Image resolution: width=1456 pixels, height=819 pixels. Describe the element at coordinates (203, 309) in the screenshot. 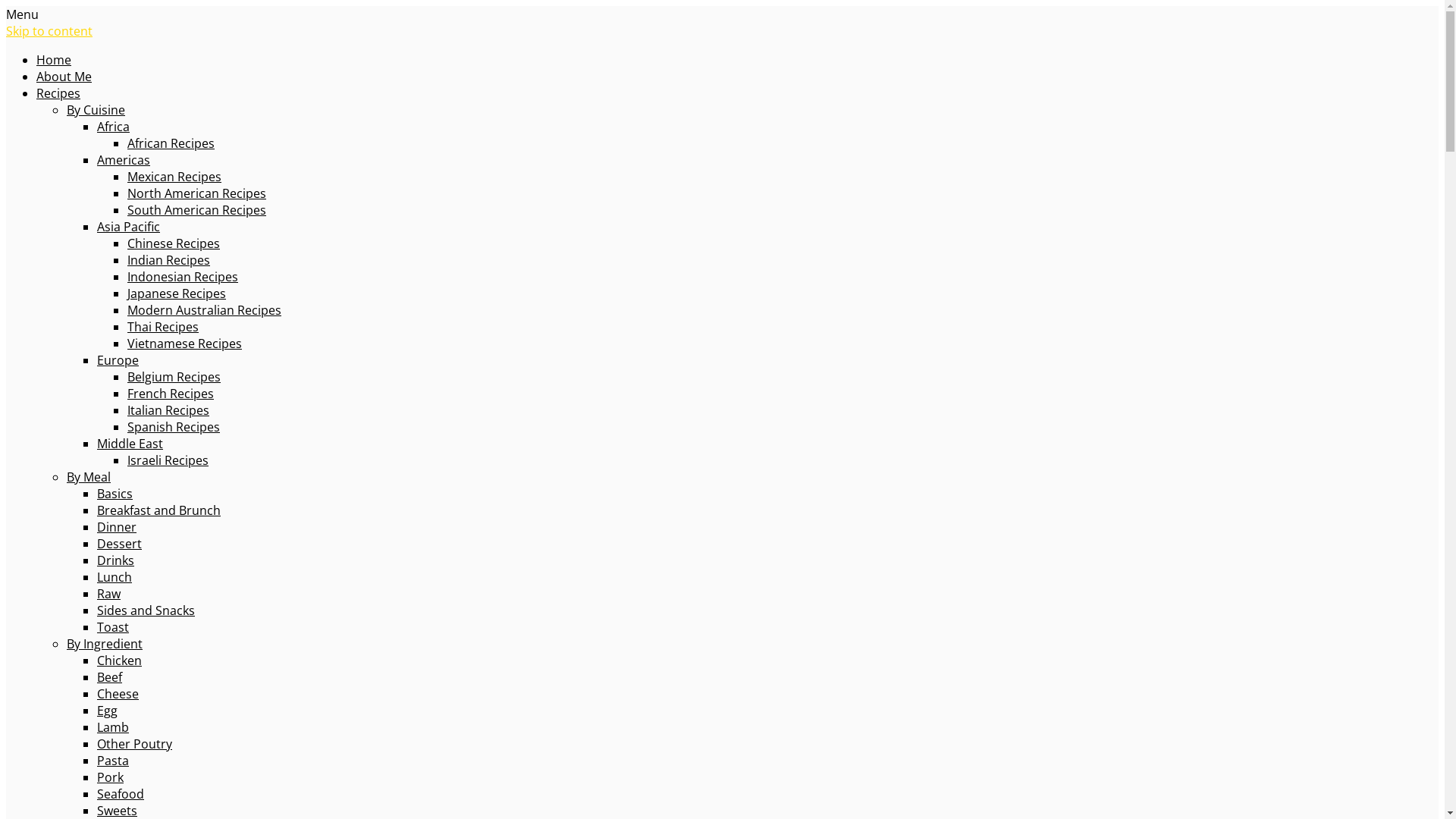

I see `'Modern Australian Recipes'` at that location.